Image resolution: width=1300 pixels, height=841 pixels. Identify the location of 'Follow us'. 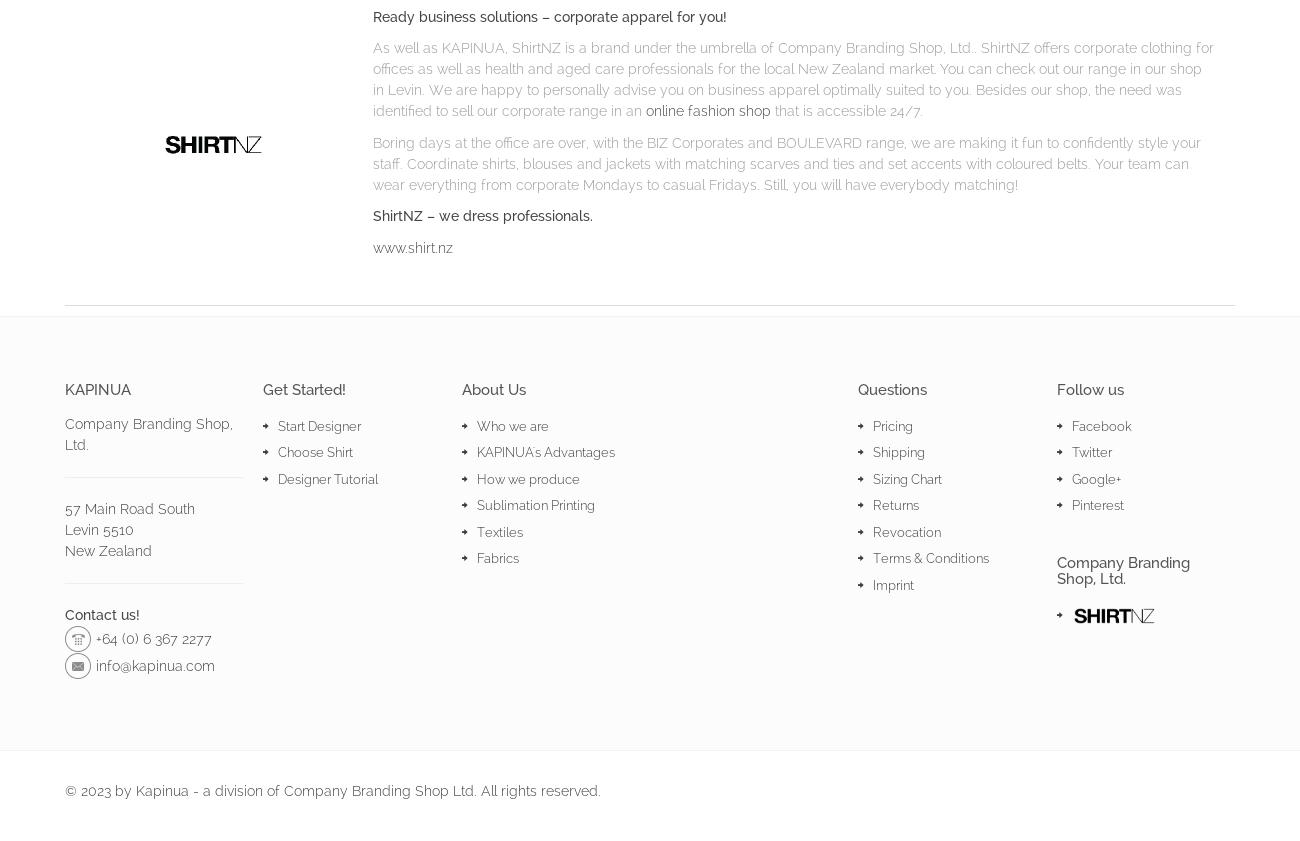
(1088, 388).